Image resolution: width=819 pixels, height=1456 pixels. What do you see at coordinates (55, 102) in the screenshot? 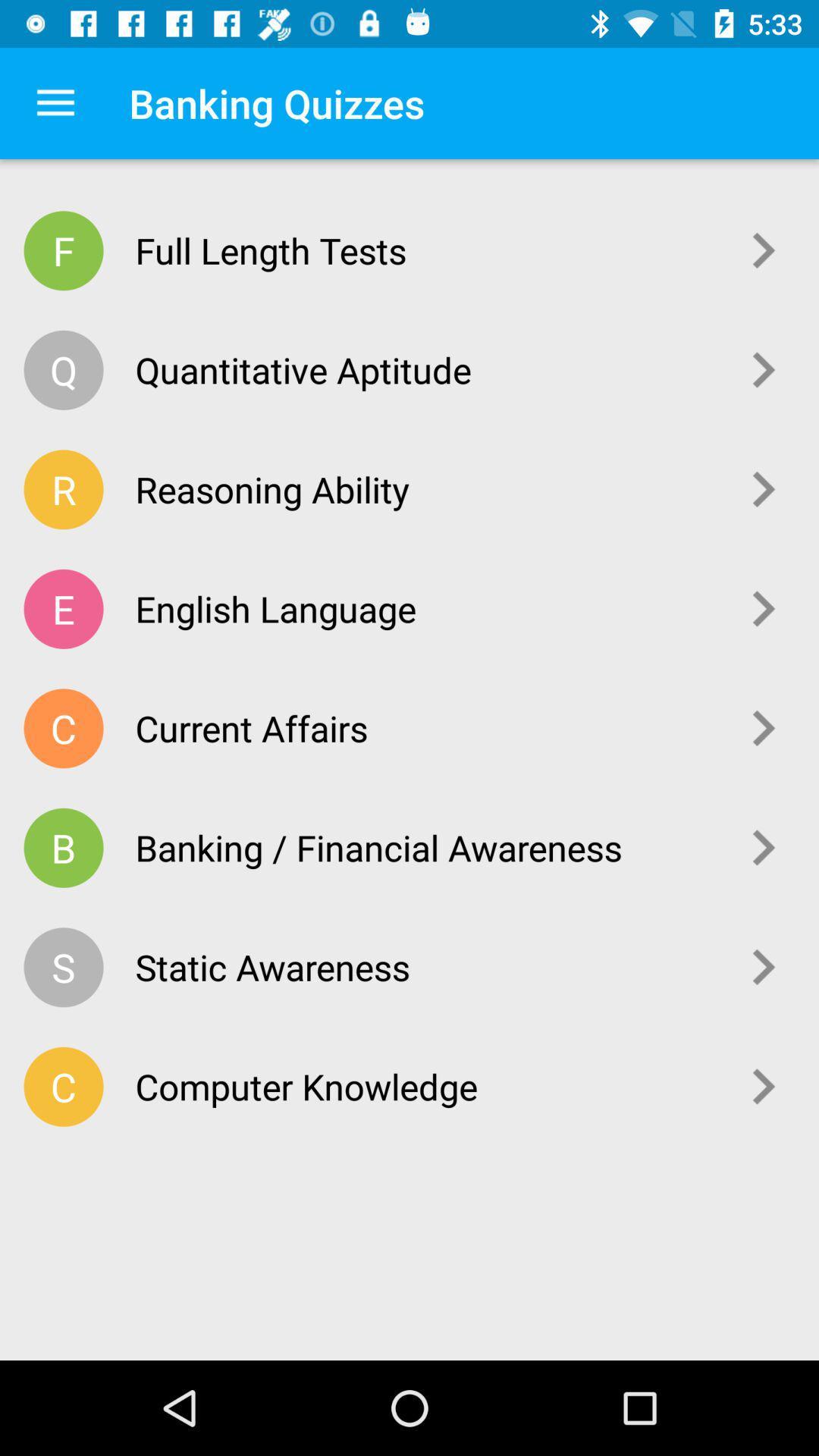
I see `the icon above f item` at bounding box center [55, 102].